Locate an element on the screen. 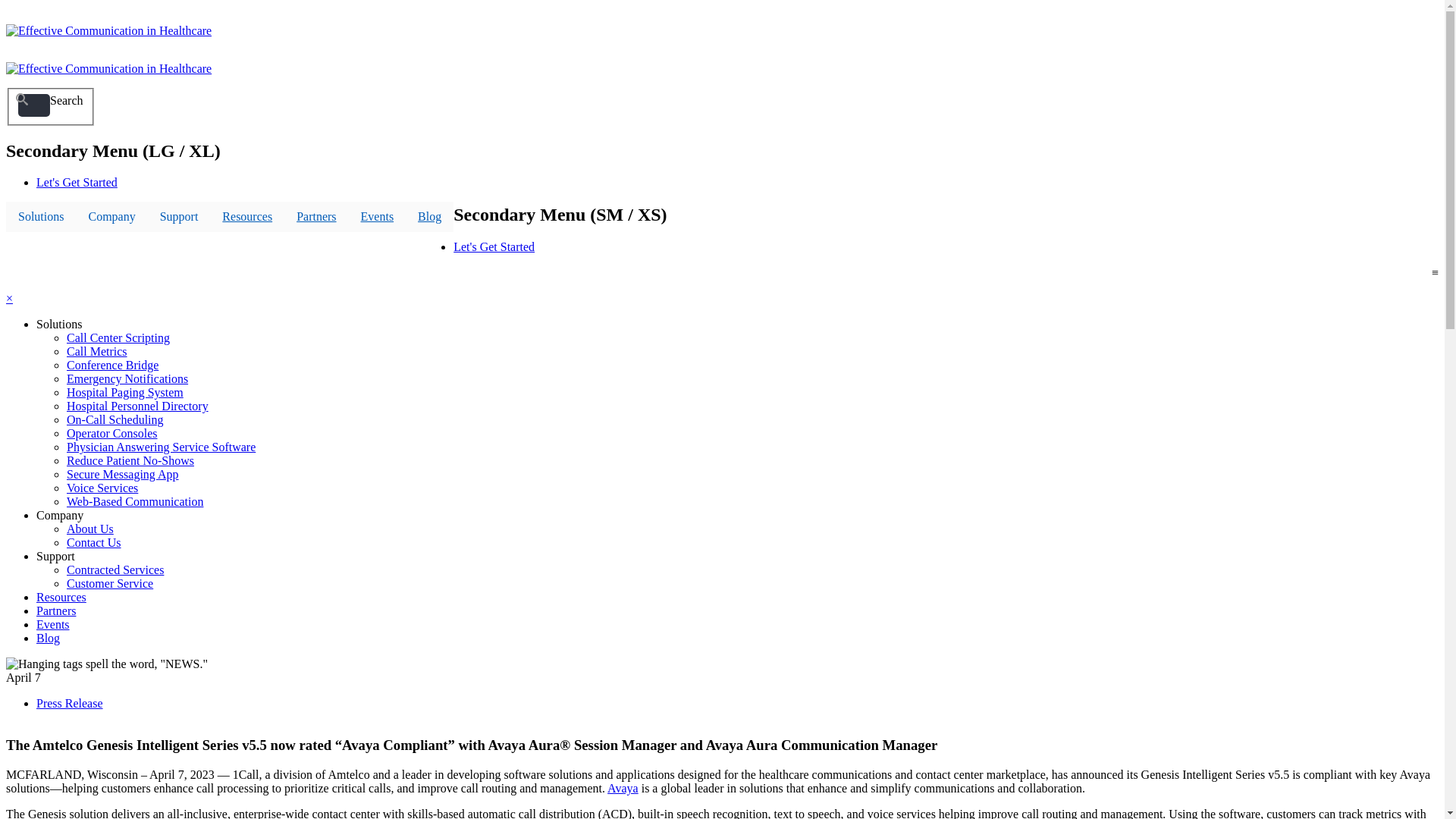  'Call Center Scripting' is located at coordinates (118, 337).